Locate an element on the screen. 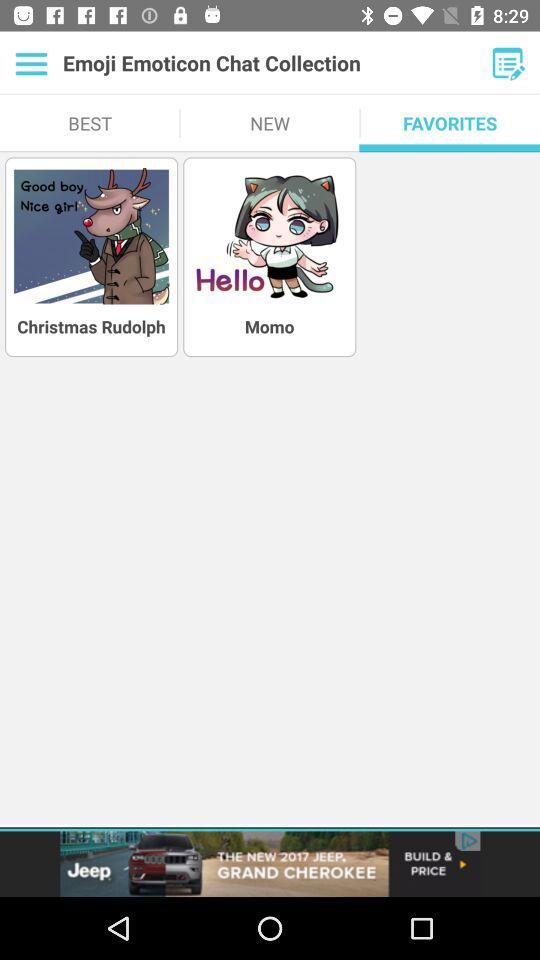 This screenshot has width=540, height=960. open menu is located at coordinates (508, 63).